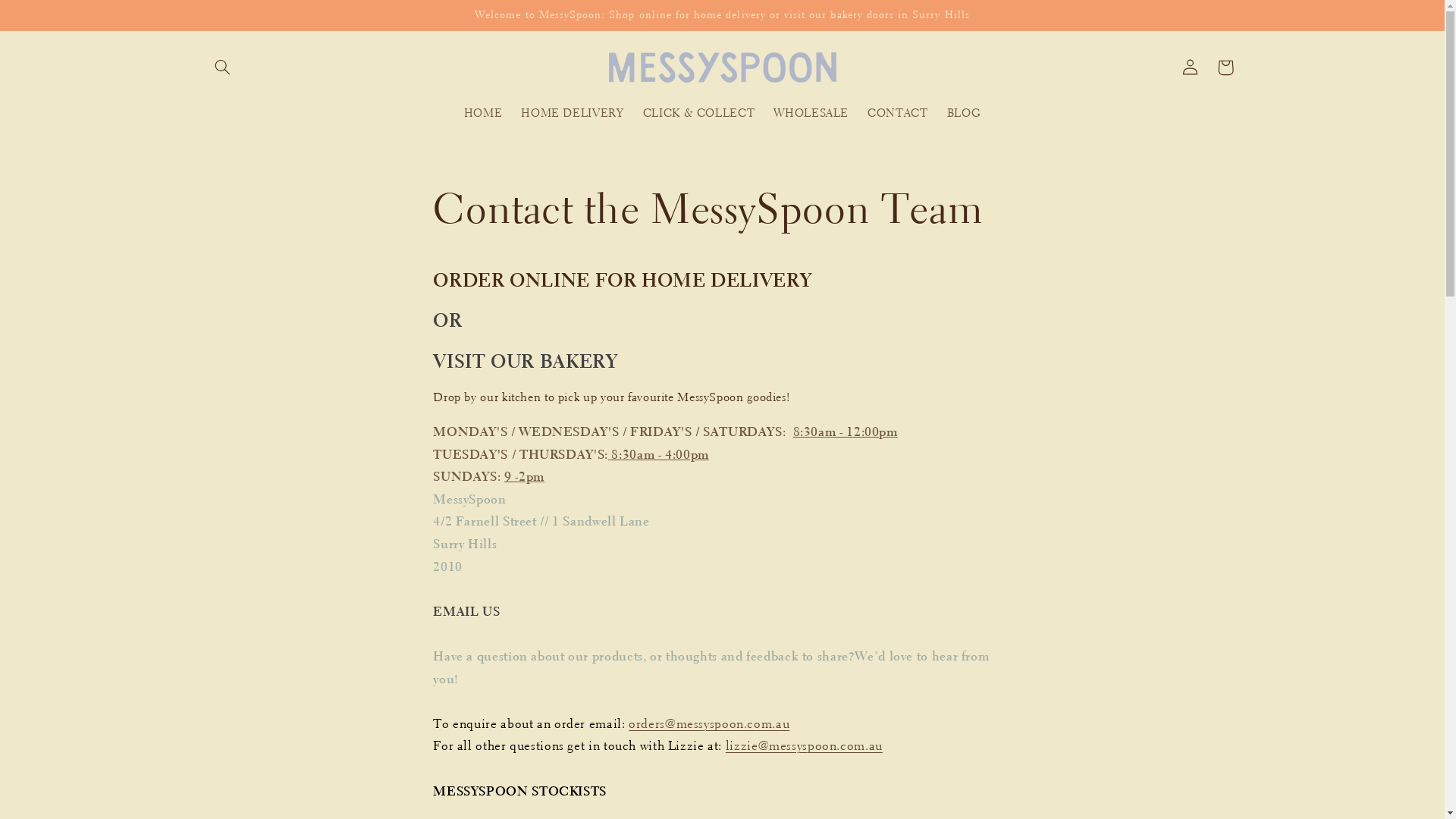 This screenshot has height=819, width=1456. Describe the element at coordinates (698, 113) in the screenshot. I see `'CLICK & COLLECT'` at that location.